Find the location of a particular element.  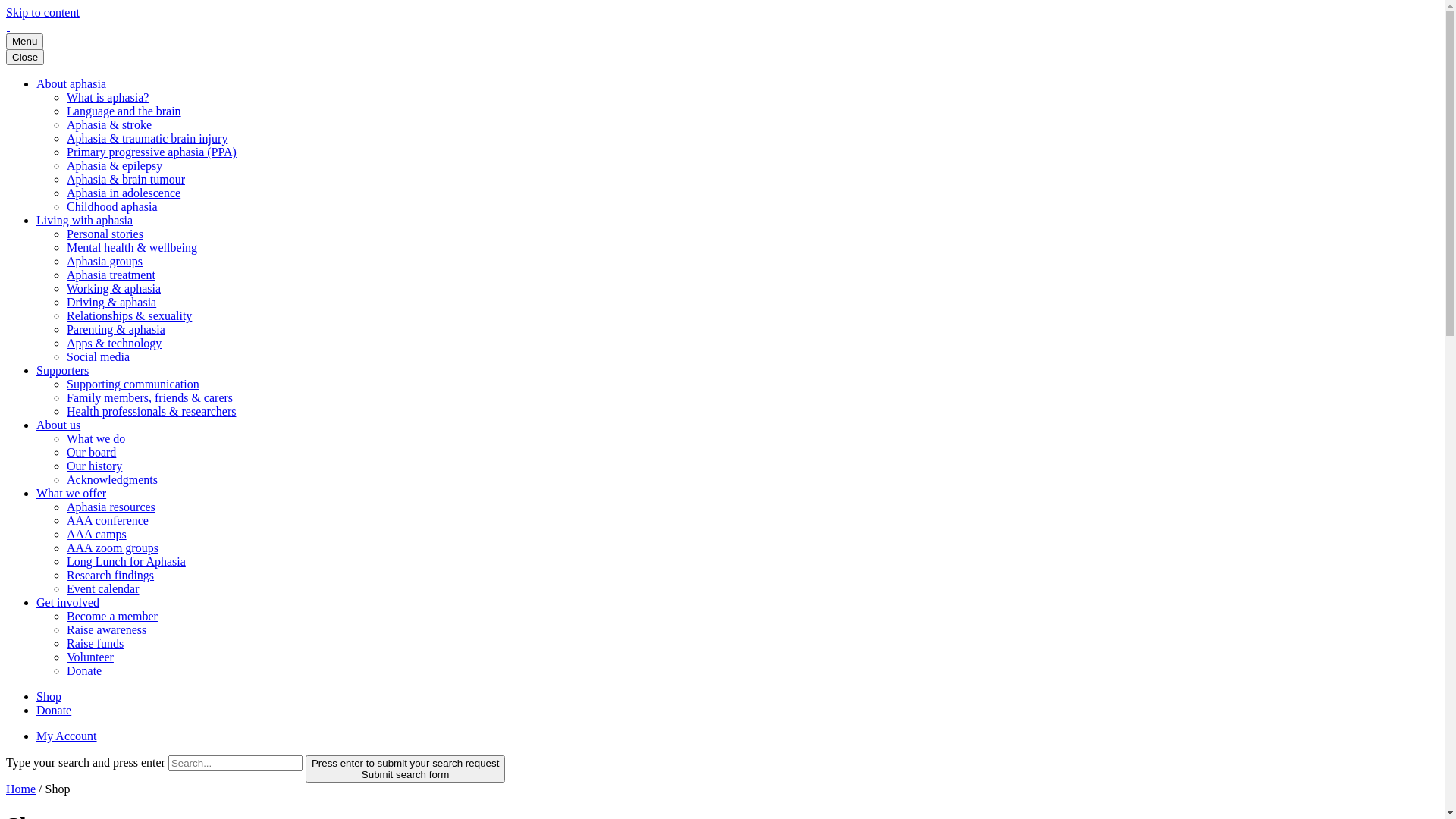

'Supporters' is located at coordinates (61, 370).